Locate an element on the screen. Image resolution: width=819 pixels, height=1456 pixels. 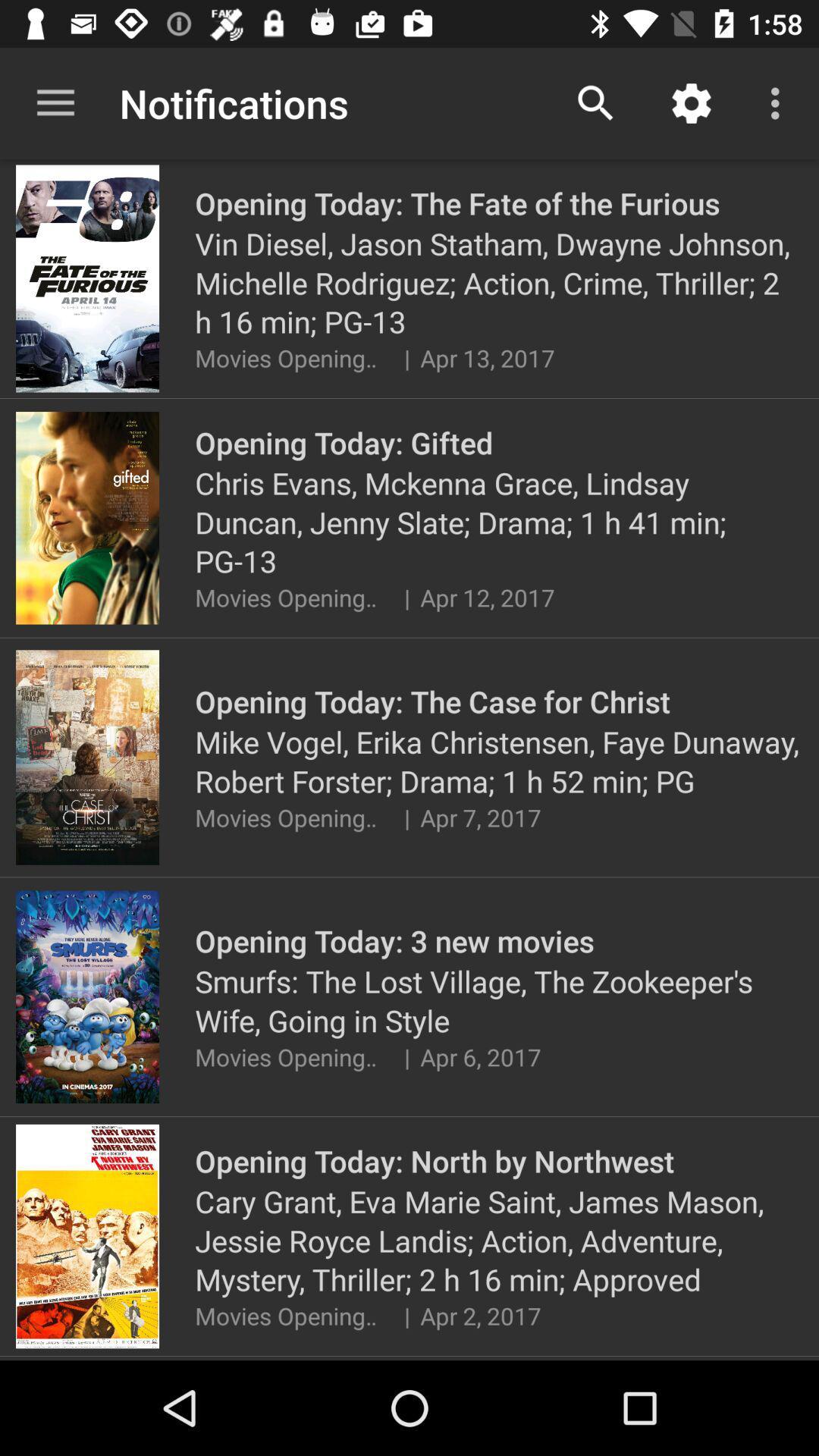
the icon next to notifications item is located at coordinates (595, 102).